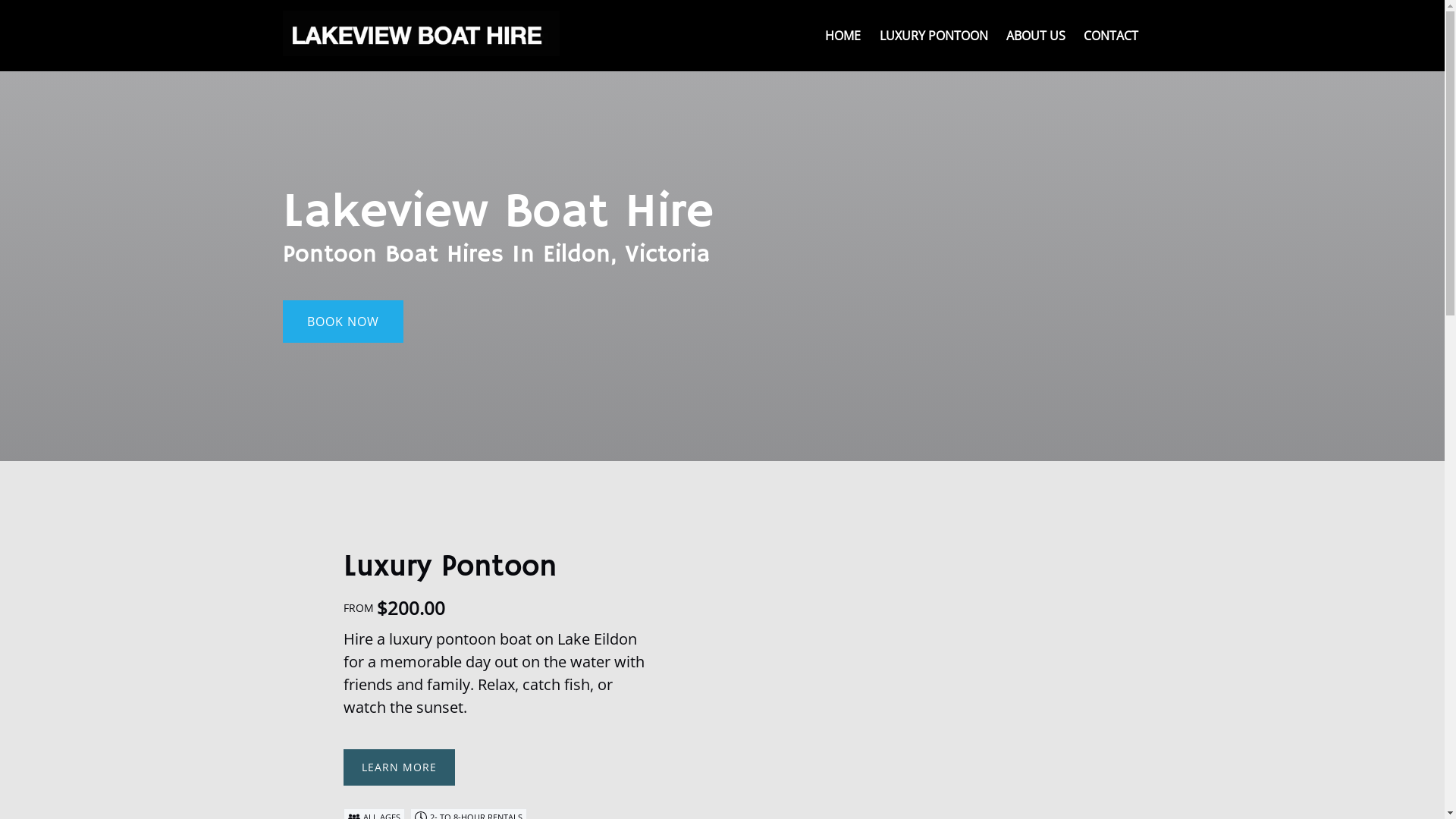 This screenshot has width=1456, height=819. What do you see at coordinates (51, 17) in the screenshot?
I see `'Skip to content'` at bounding box center [51, 17].